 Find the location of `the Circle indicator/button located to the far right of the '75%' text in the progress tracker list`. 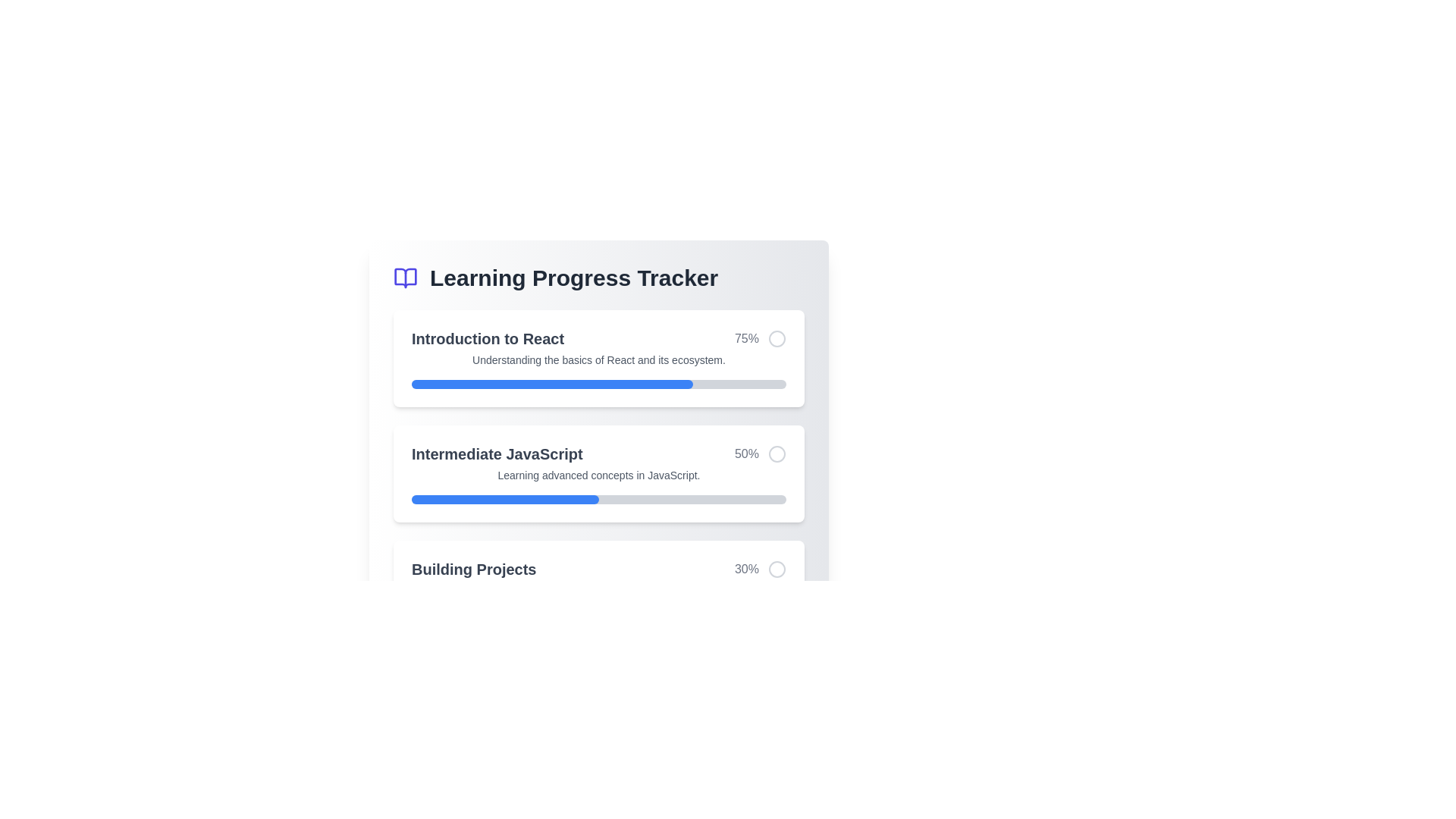

the Circle indicator/button located to the far right of the '75%' text in the progress tracker list is located at coordinates (777, 338).